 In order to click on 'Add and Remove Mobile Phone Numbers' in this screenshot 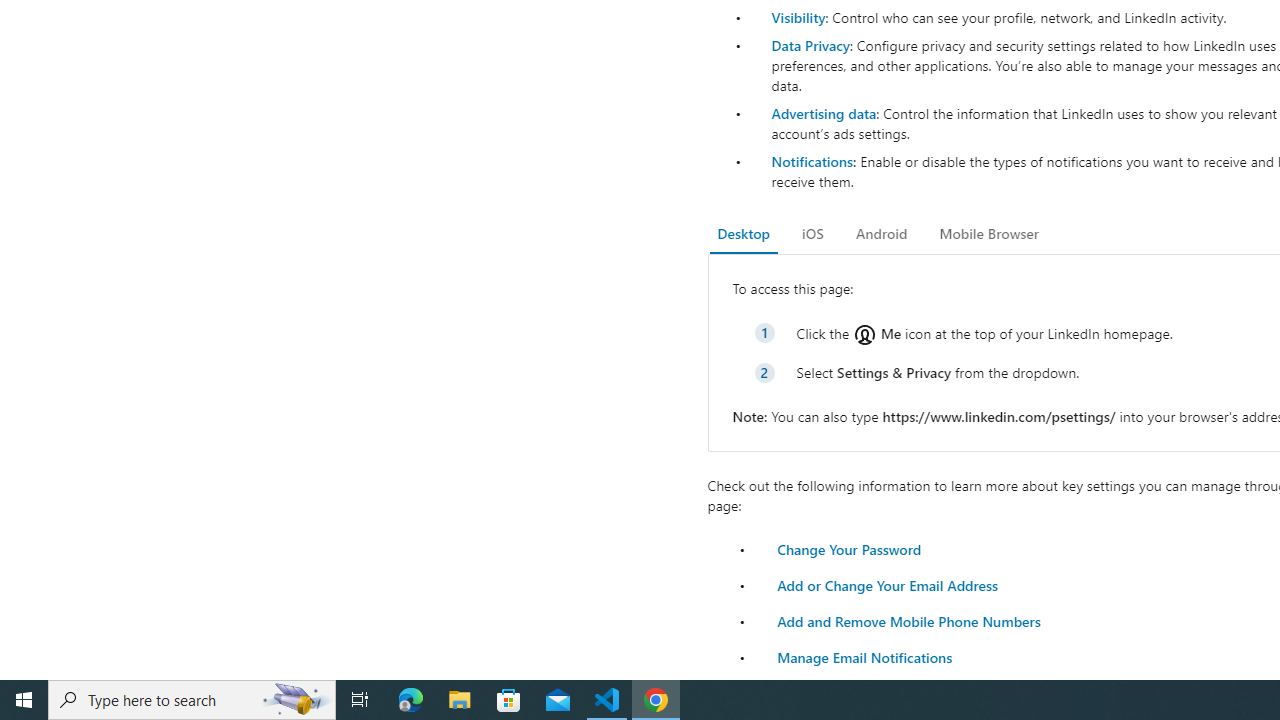, I will do `click(907, 620)`.